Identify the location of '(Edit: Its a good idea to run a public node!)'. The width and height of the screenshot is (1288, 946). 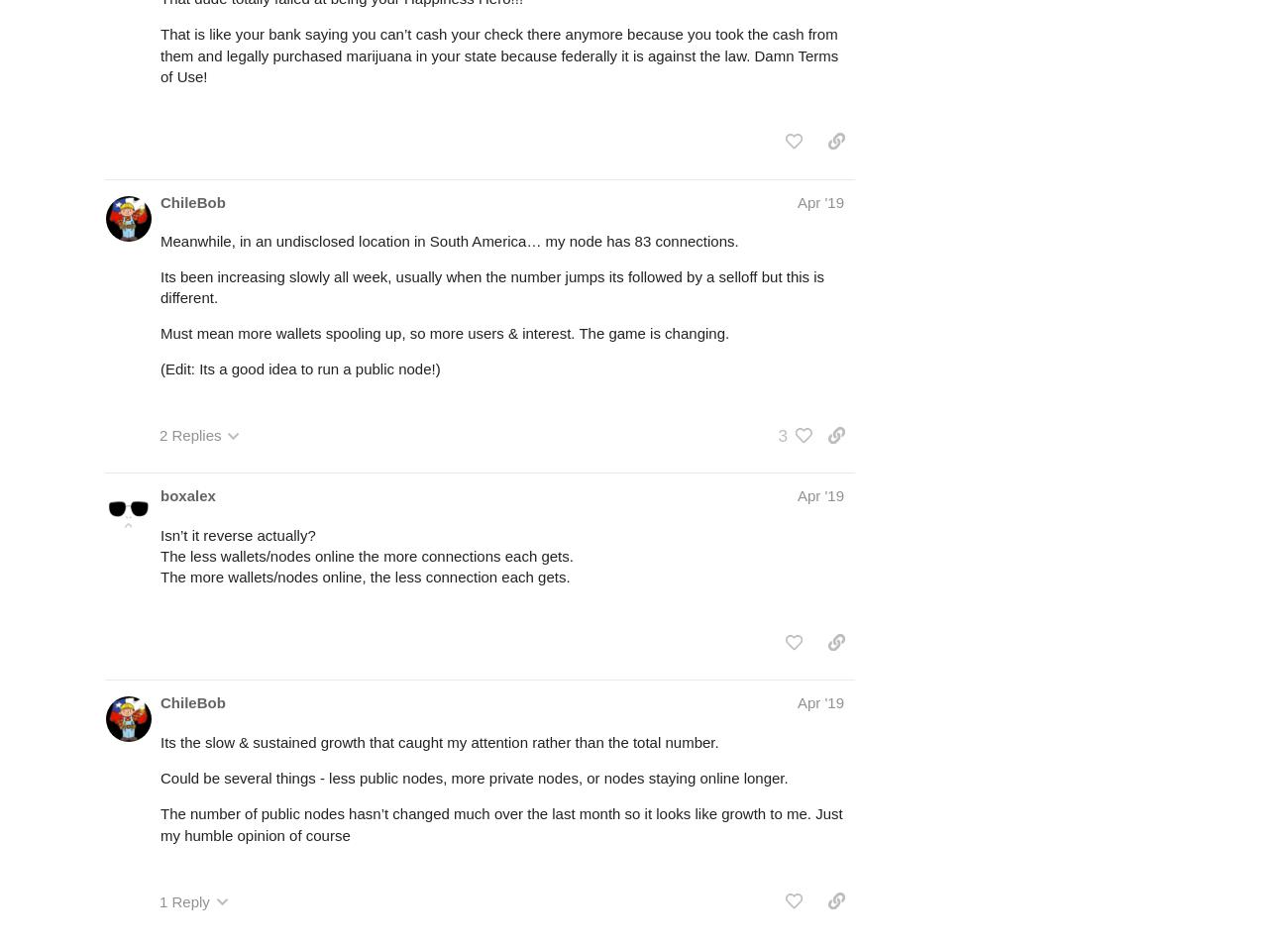
(300, 368).